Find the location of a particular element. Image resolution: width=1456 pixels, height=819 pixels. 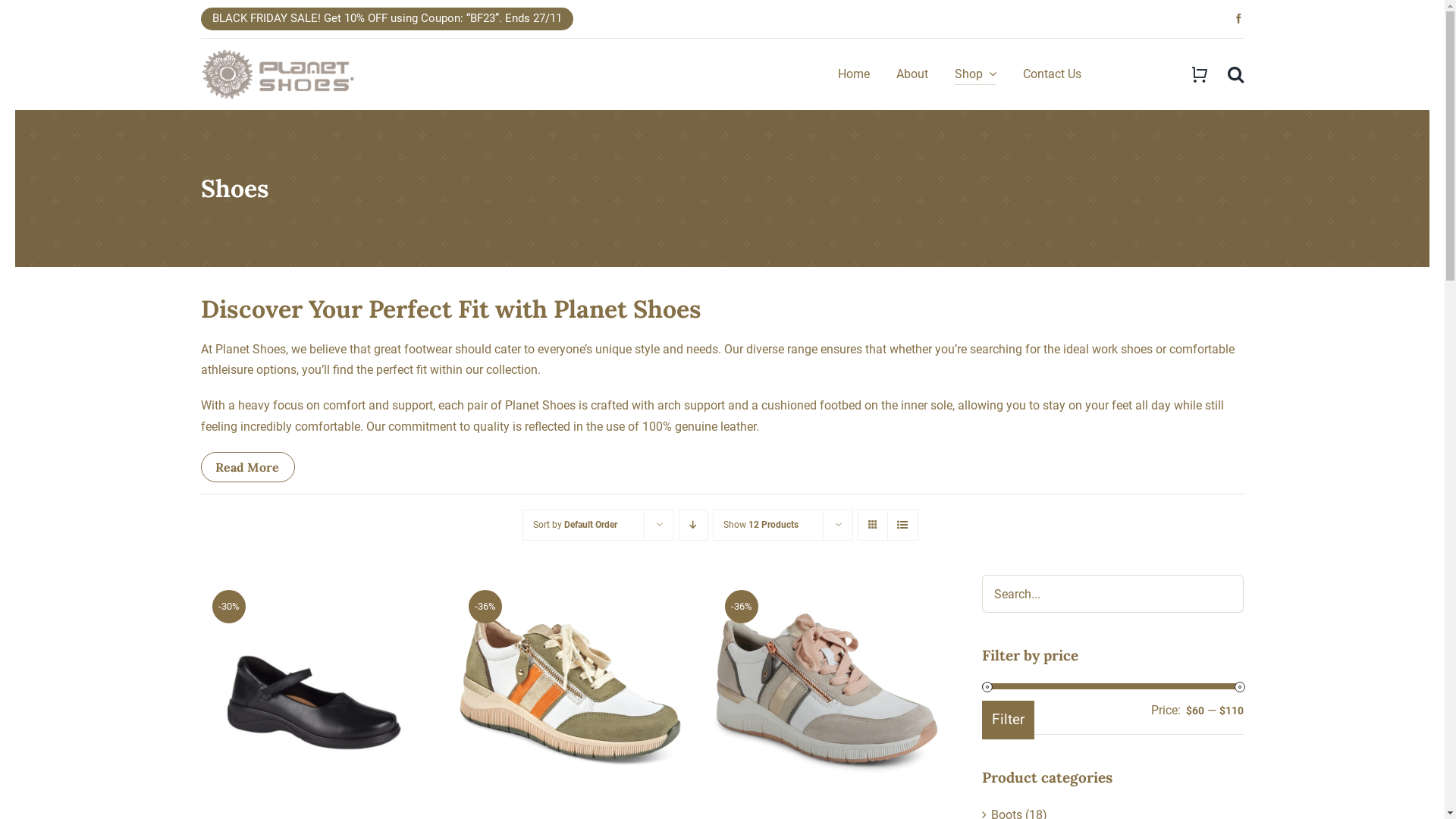

'Facebook' is located at coordinates (1238, 18).